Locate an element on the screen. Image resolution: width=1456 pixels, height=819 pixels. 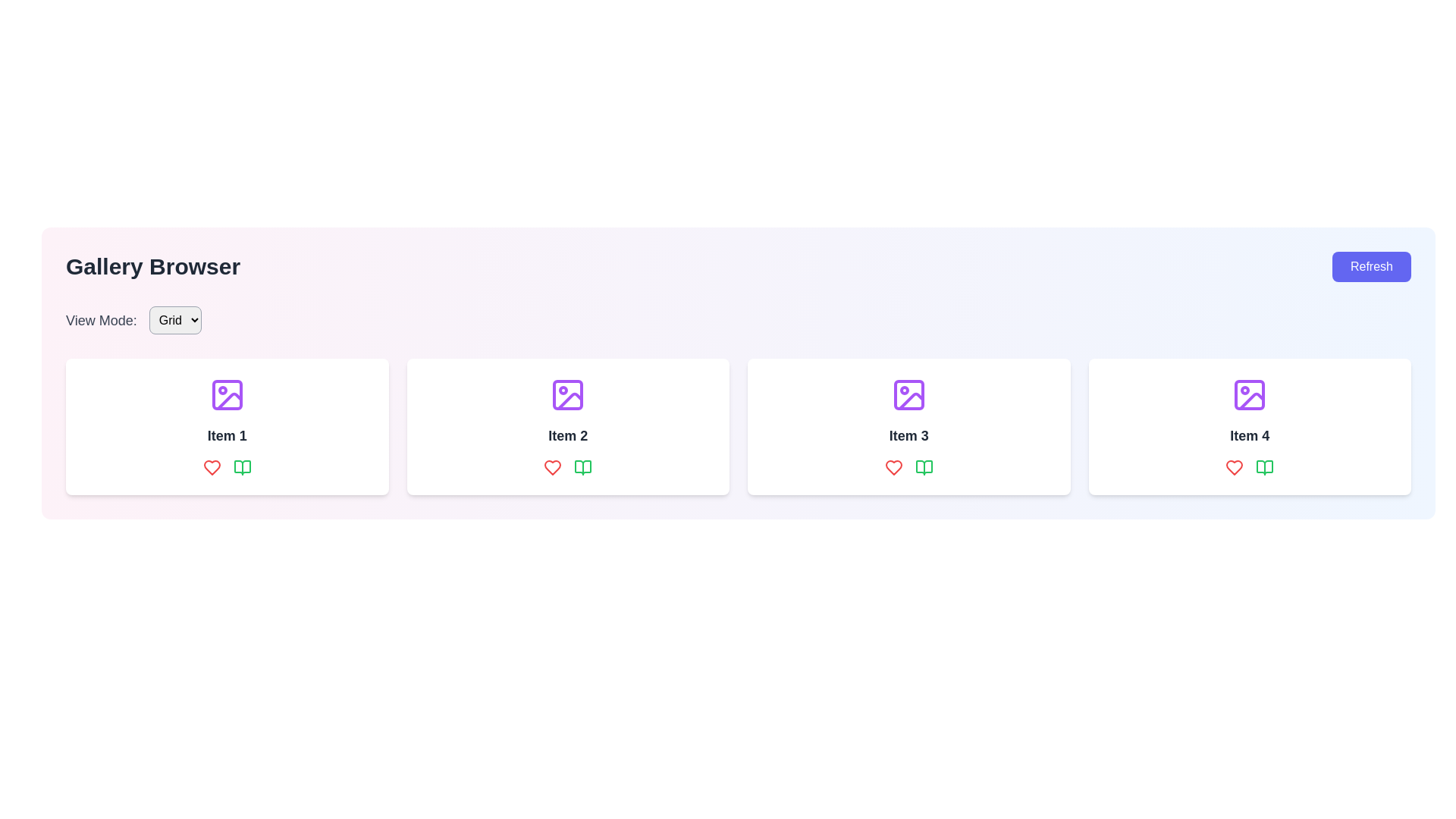
the heart-shaped red icon located at the bottom-left corner of the card representing 'Item 4' is located at coordinates (1234, 467).